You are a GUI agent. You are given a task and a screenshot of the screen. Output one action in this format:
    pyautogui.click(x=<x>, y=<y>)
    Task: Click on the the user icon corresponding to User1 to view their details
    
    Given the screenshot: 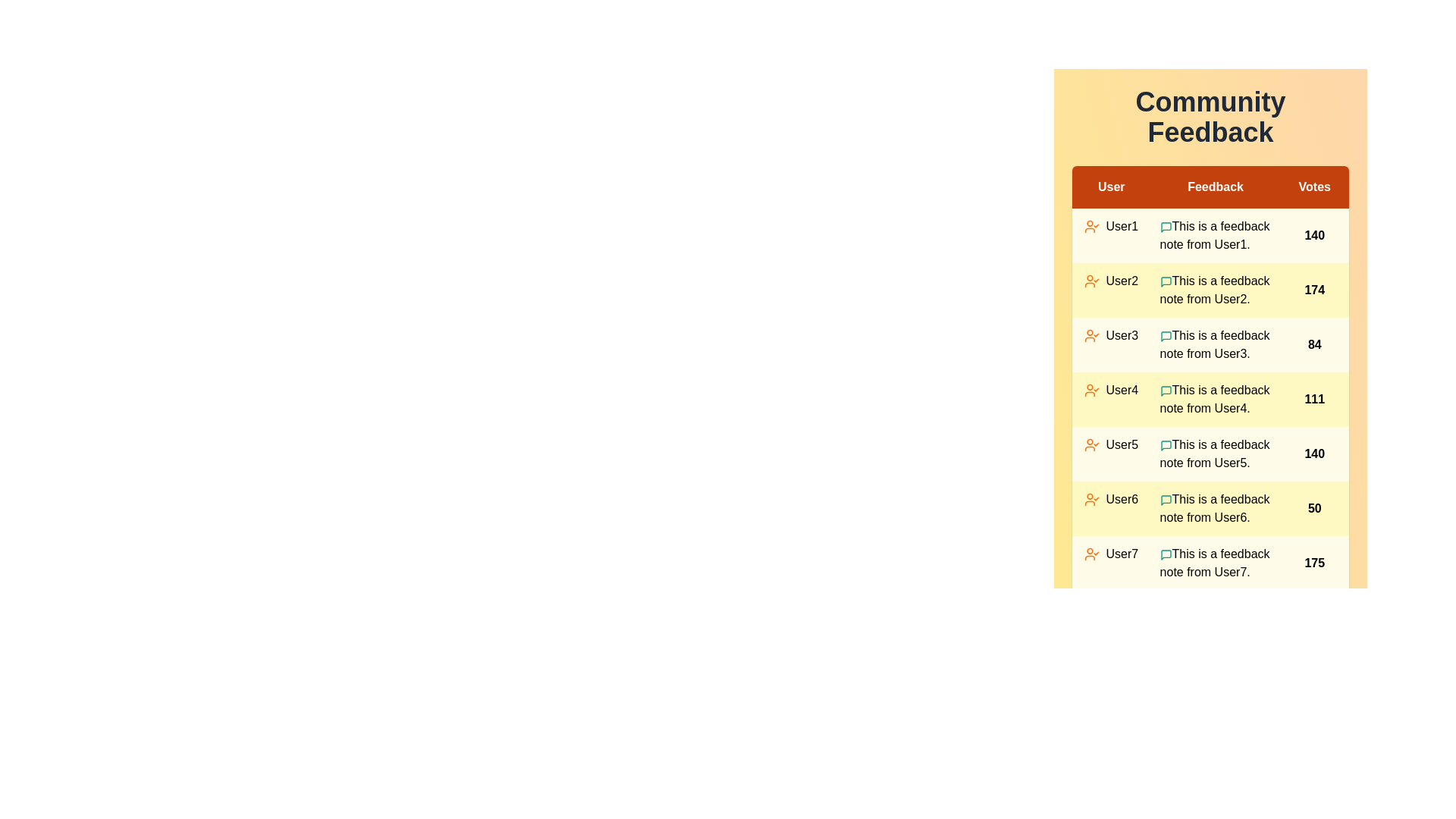 What is the action you would take?
    pyautogui.click(x=1092, y=227)
    